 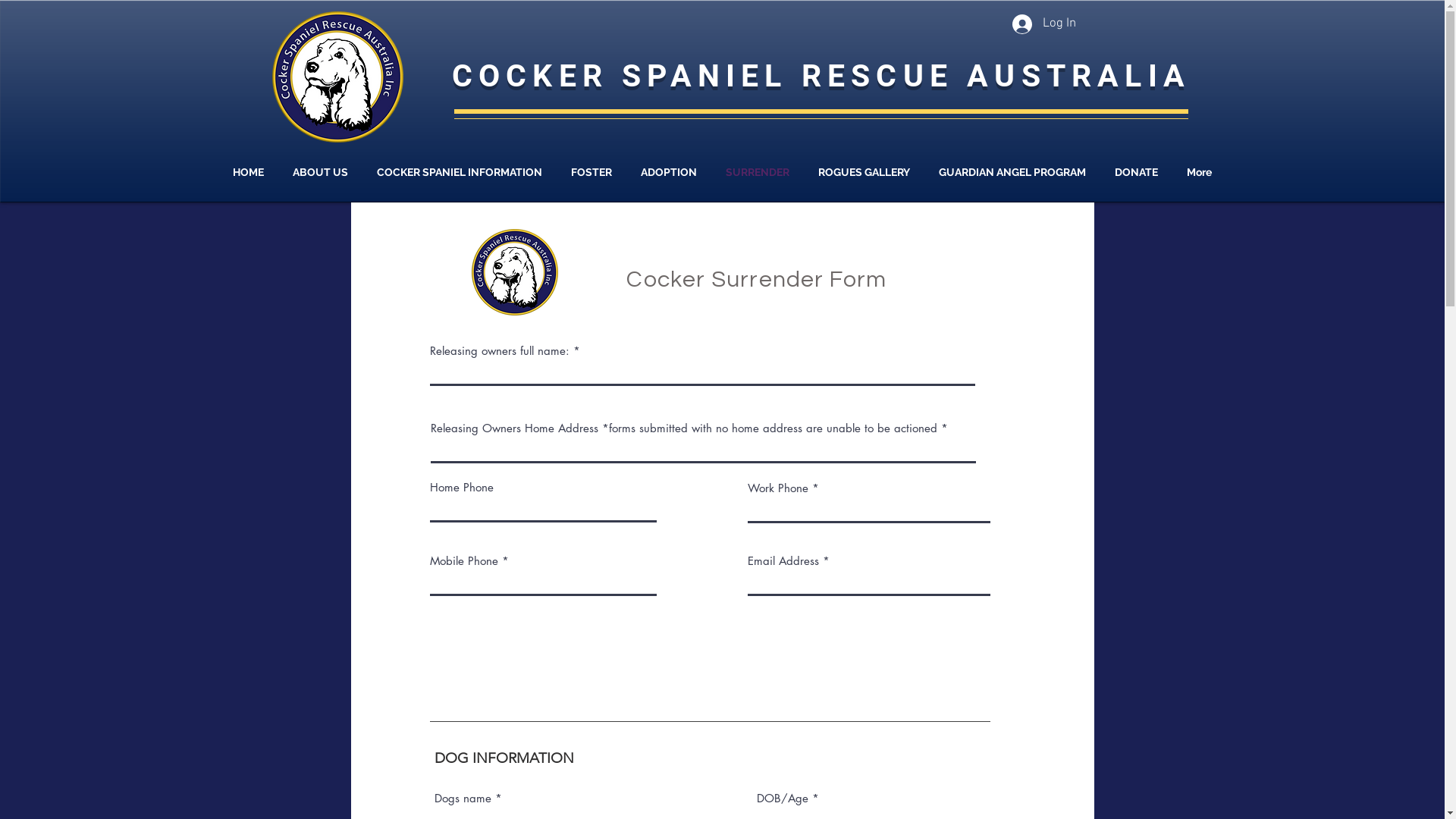 I want to click on 'ROGUES GALLERY', so click(x=803, y=171).